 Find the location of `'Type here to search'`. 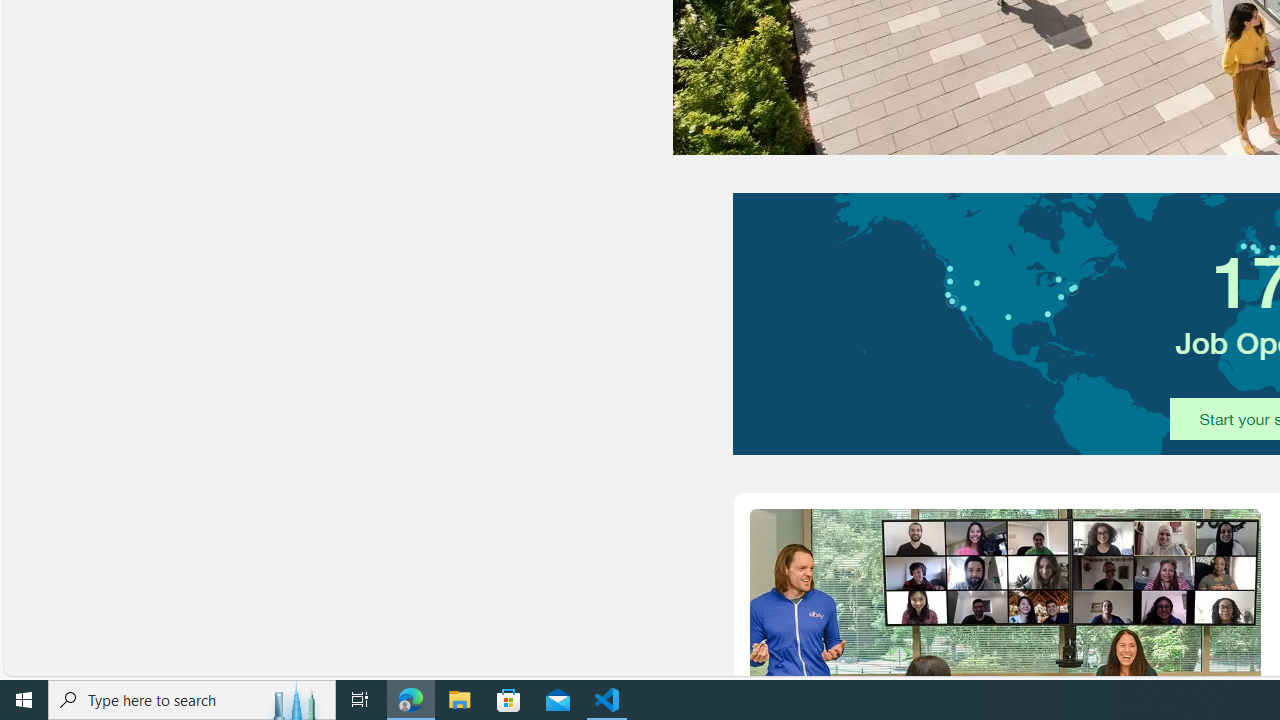

'Type here to search' is located at coordinates (192, 698).